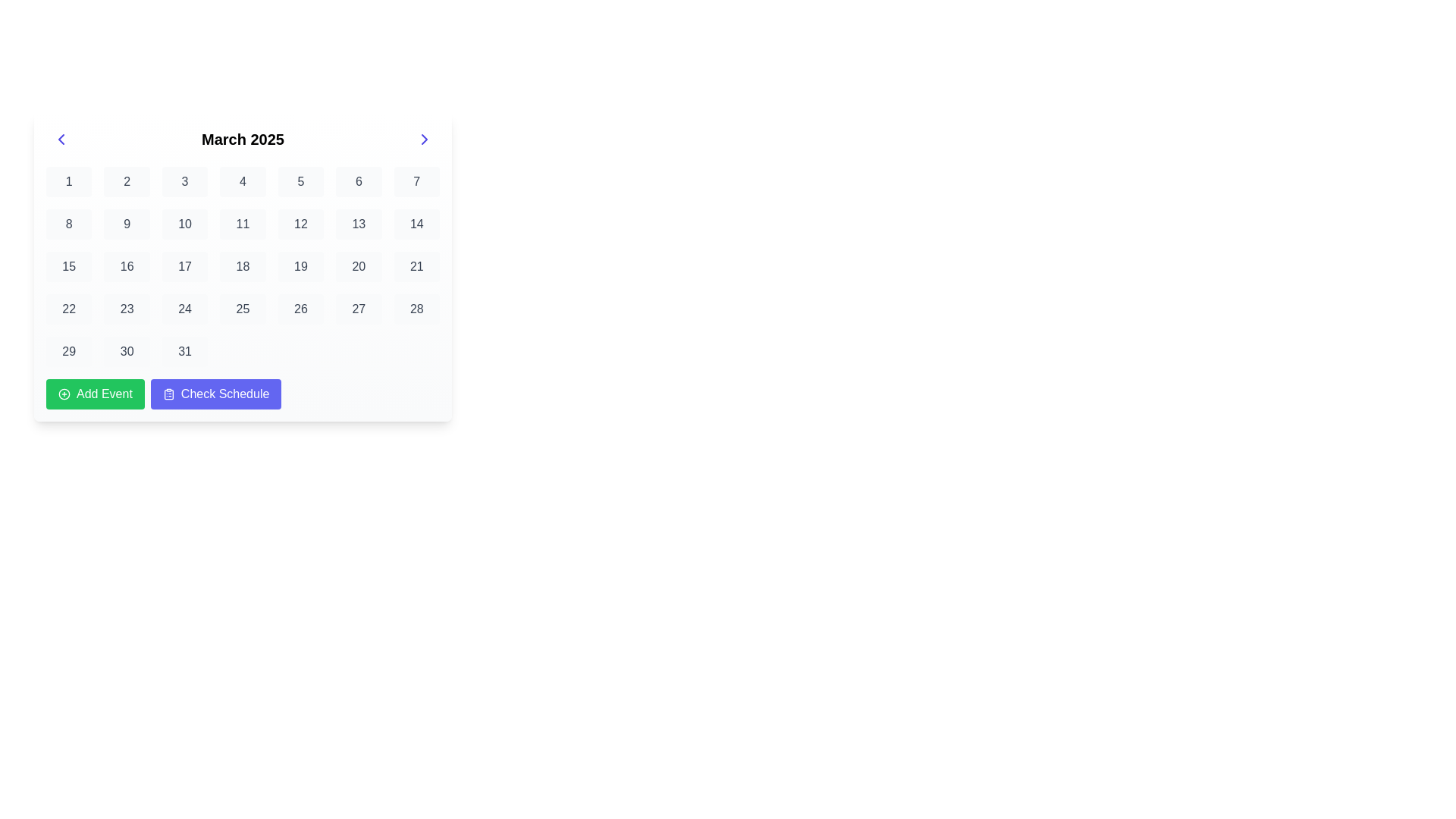 This screenshot has height=819, width=1456. I want to click on the small, rightward-pointing arrow icon located near the upper-right corner of the calendar interface, associated with the text 'March 2025', so click(425, 140).